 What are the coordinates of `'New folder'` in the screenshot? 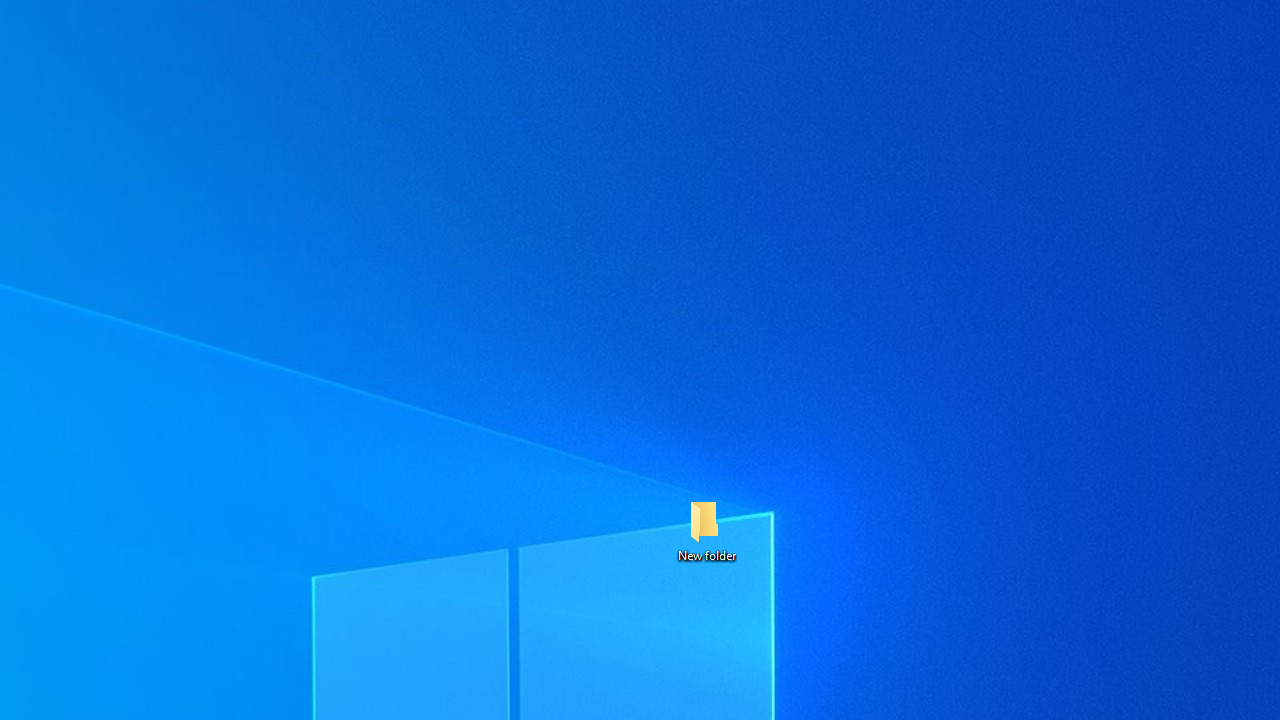 It's located at (706, 529).